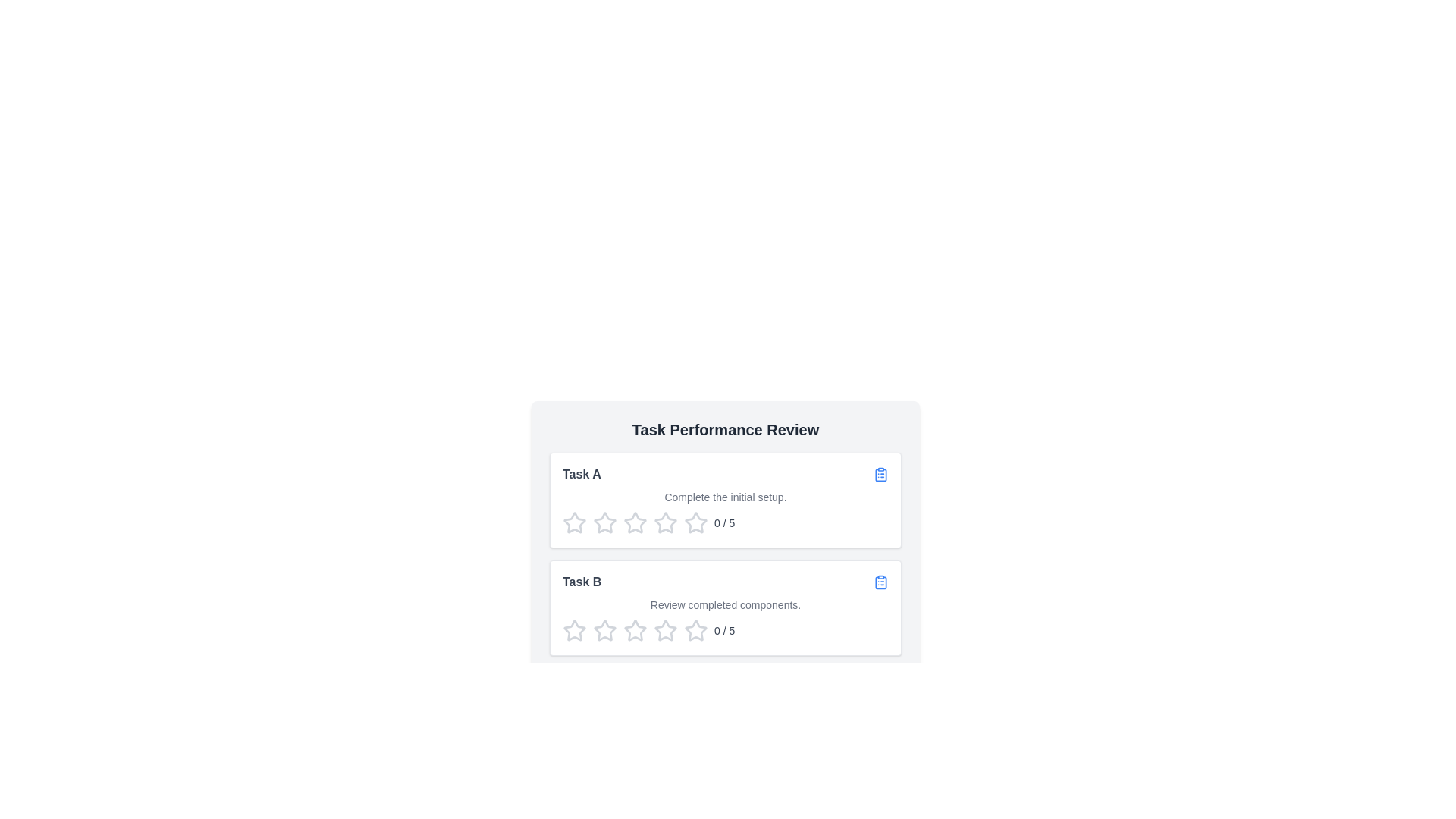 The width and height of the screenshot is (1456, 819). Describe the element at coordinates (724, 500) in the screenshot. I see `the first task card in the task review system for keyboard interaction` at that location.